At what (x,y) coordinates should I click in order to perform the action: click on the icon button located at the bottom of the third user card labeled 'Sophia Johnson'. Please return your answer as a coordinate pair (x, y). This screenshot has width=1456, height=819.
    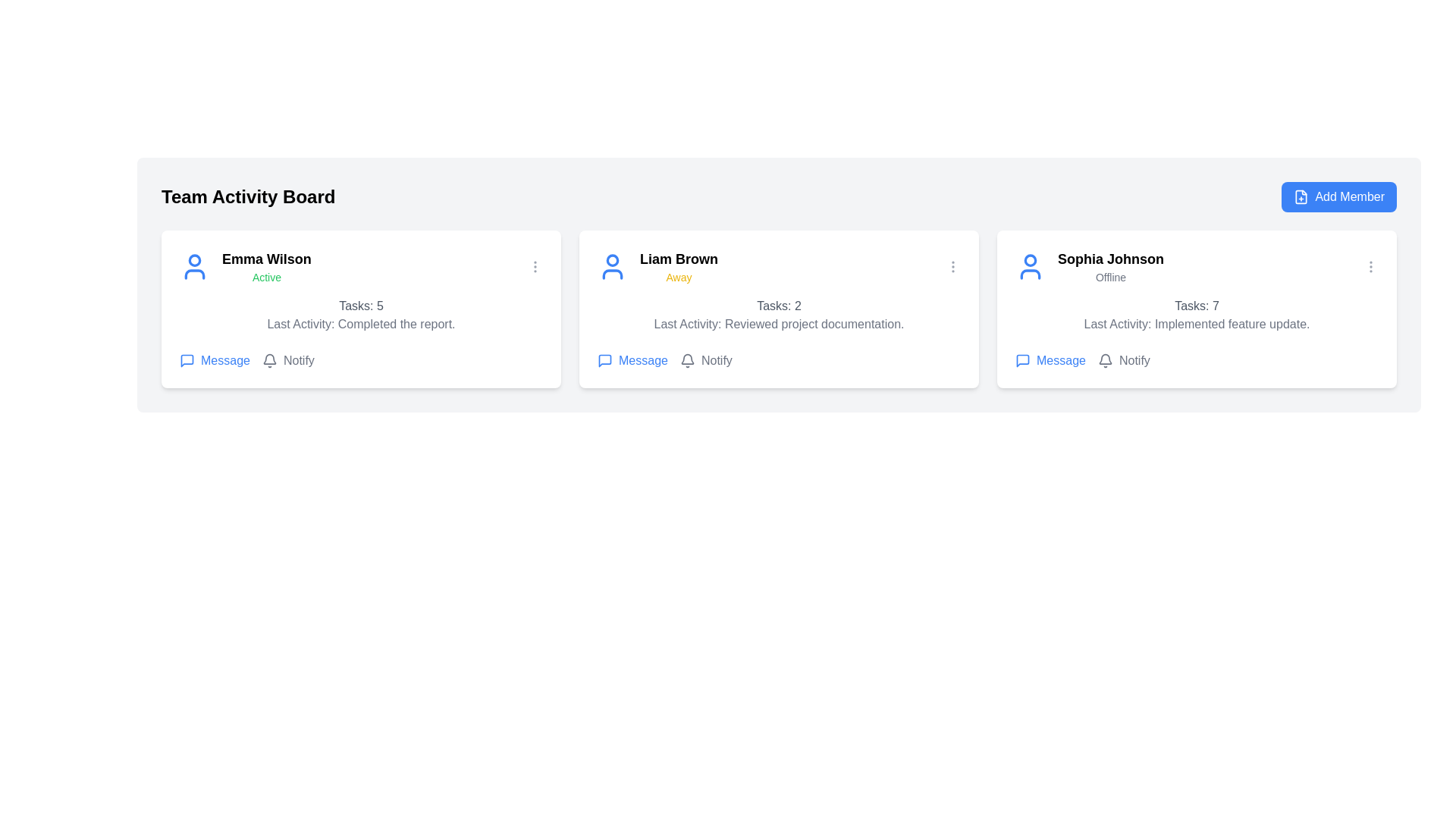
    Looking at the image, I should click on (1022, 360).